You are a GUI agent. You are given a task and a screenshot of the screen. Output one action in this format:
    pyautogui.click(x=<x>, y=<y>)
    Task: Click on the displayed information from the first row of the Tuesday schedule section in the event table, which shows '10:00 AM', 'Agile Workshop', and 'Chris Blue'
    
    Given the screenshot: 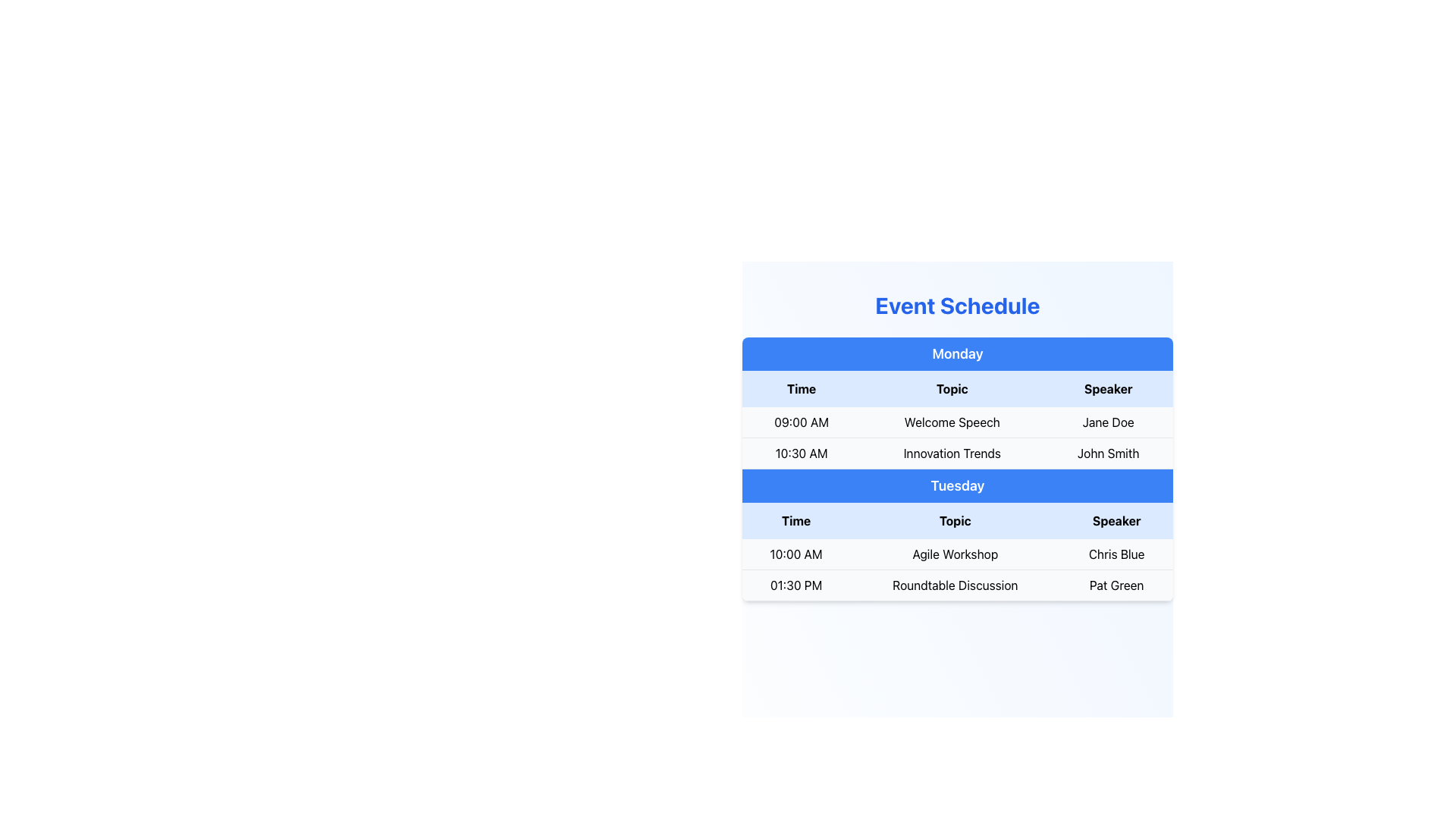 What is the action you would take?
    pyautogui.click(x=956, y=554)
    